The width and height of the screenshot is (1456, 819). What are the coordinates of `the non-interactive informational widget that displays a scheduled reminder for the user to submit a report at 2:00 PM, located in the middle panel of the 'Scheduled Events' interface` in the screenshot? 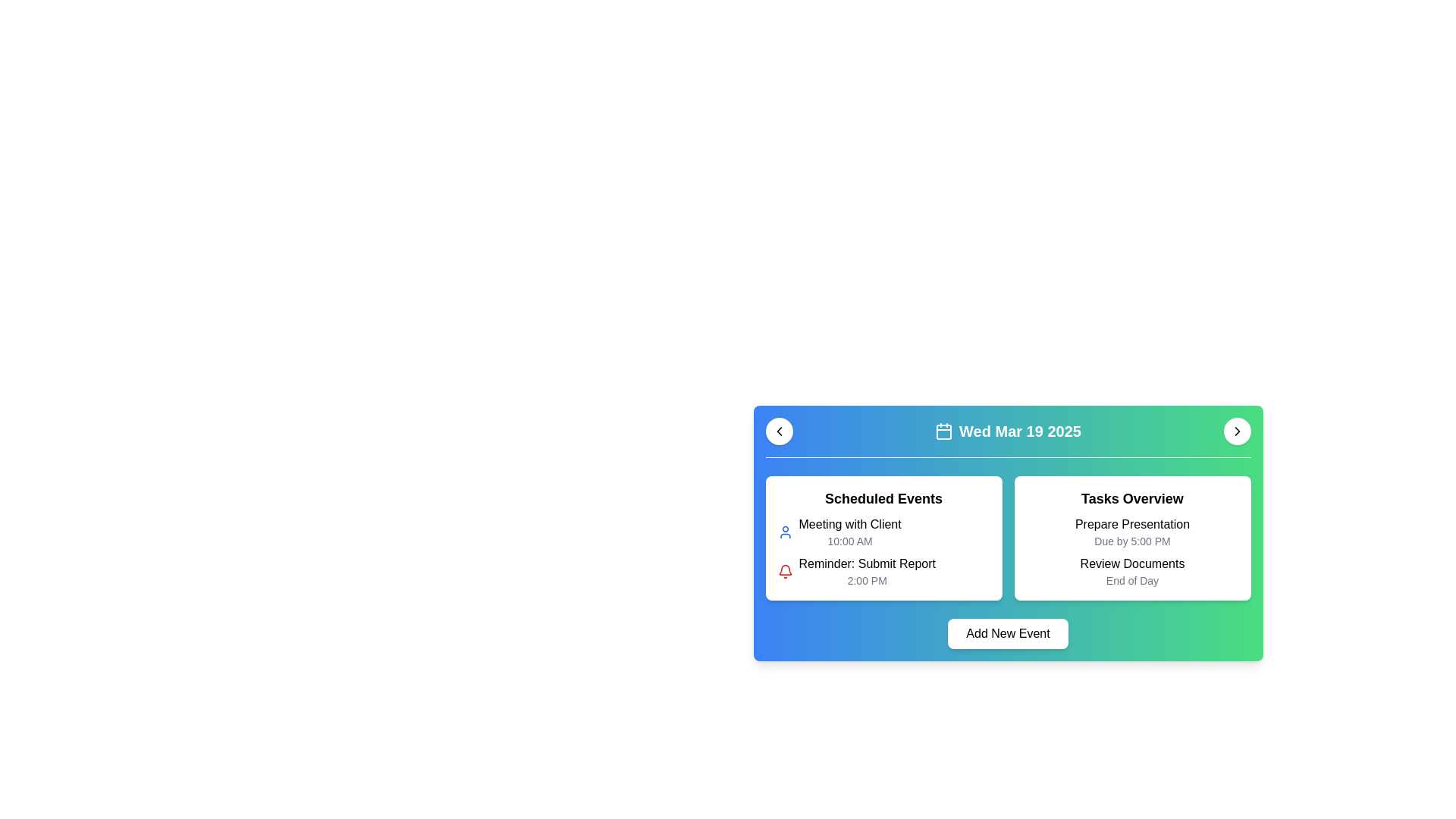 It's located at (867, 571).